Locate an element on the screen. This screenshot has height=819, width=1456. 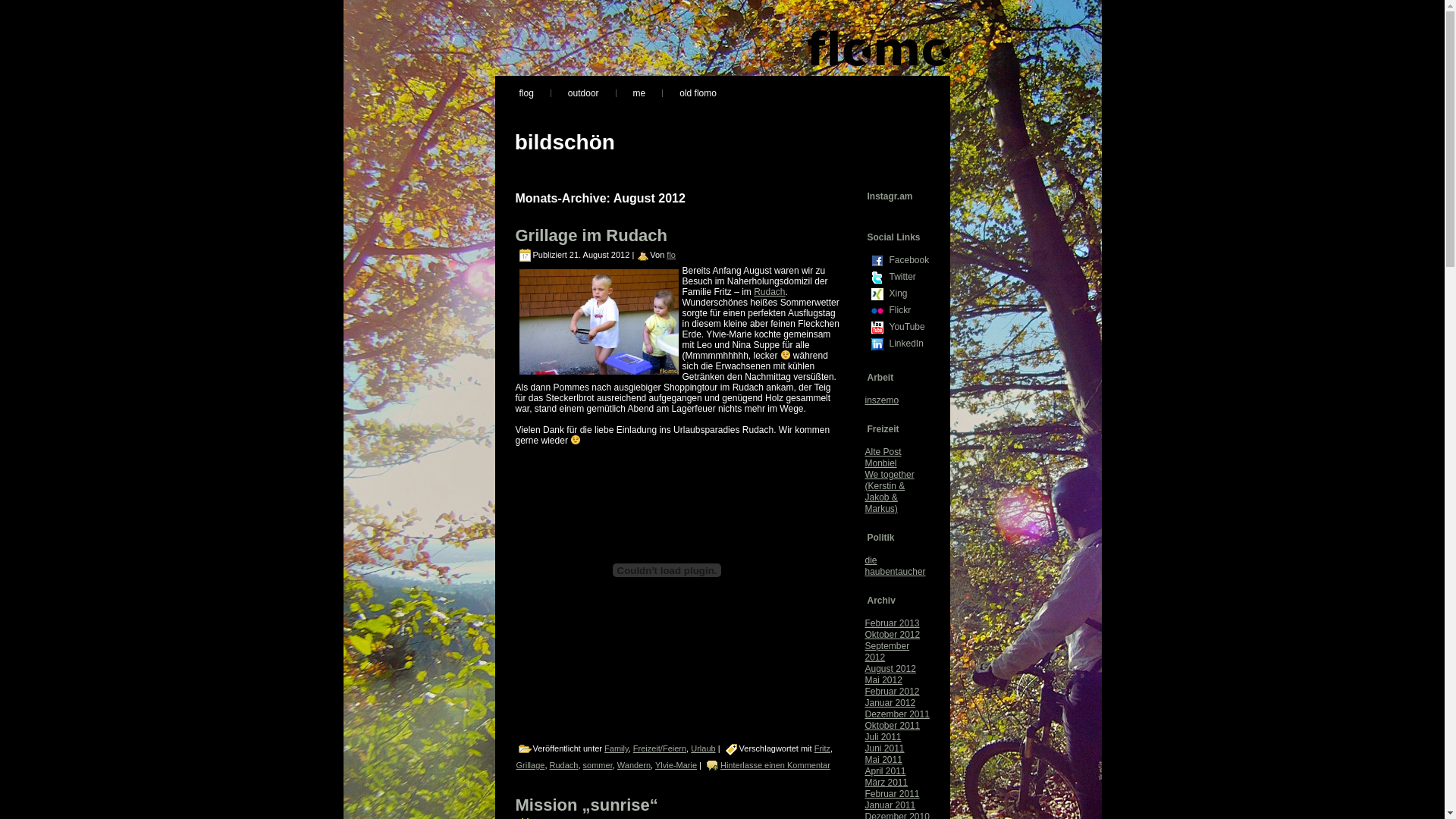
'LinkedIn' is located at coordinates (877, 344).